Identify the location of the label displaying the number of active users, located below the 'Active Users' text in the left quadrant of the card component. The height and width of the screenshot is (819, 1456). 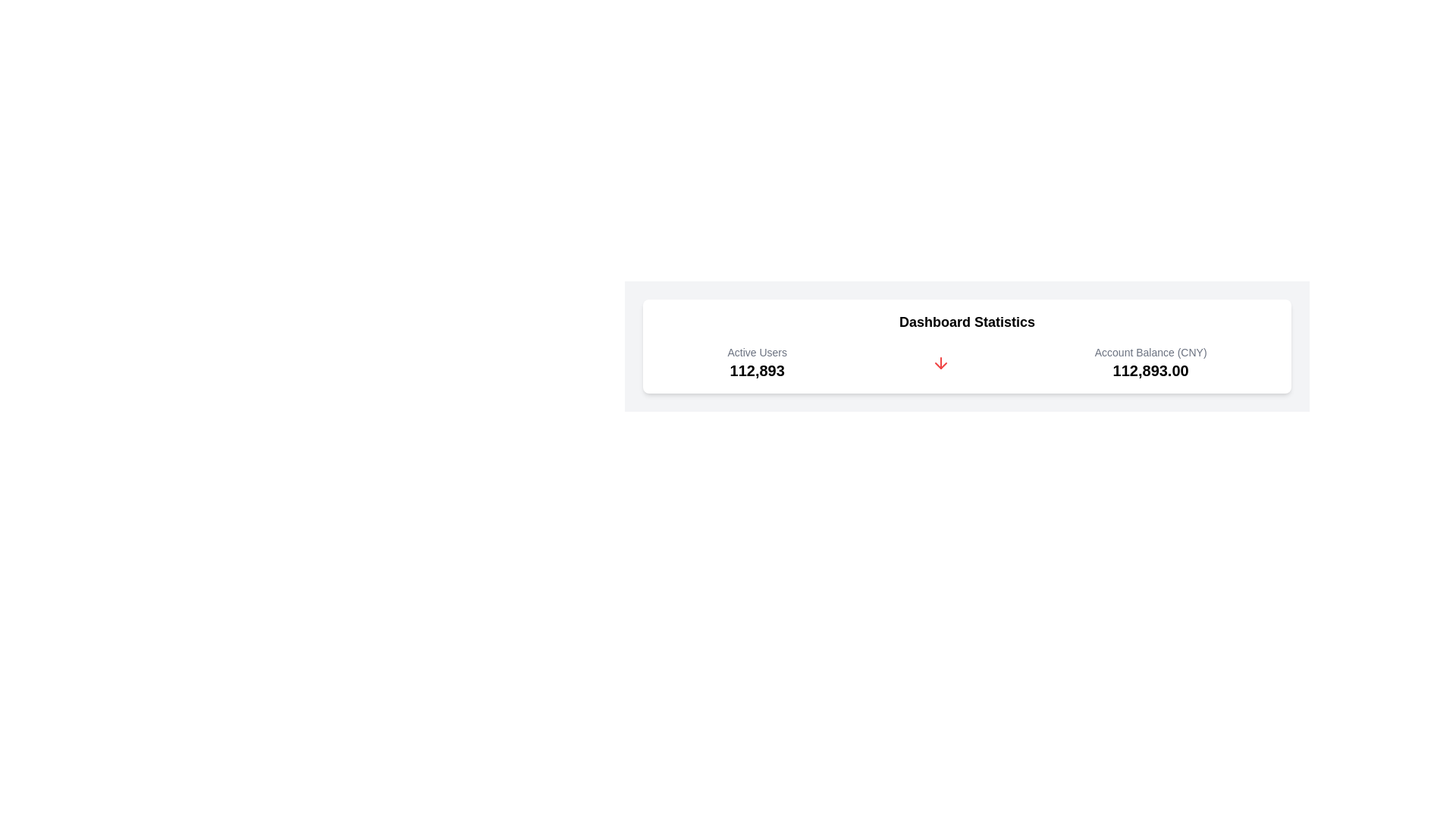
(757, 371).